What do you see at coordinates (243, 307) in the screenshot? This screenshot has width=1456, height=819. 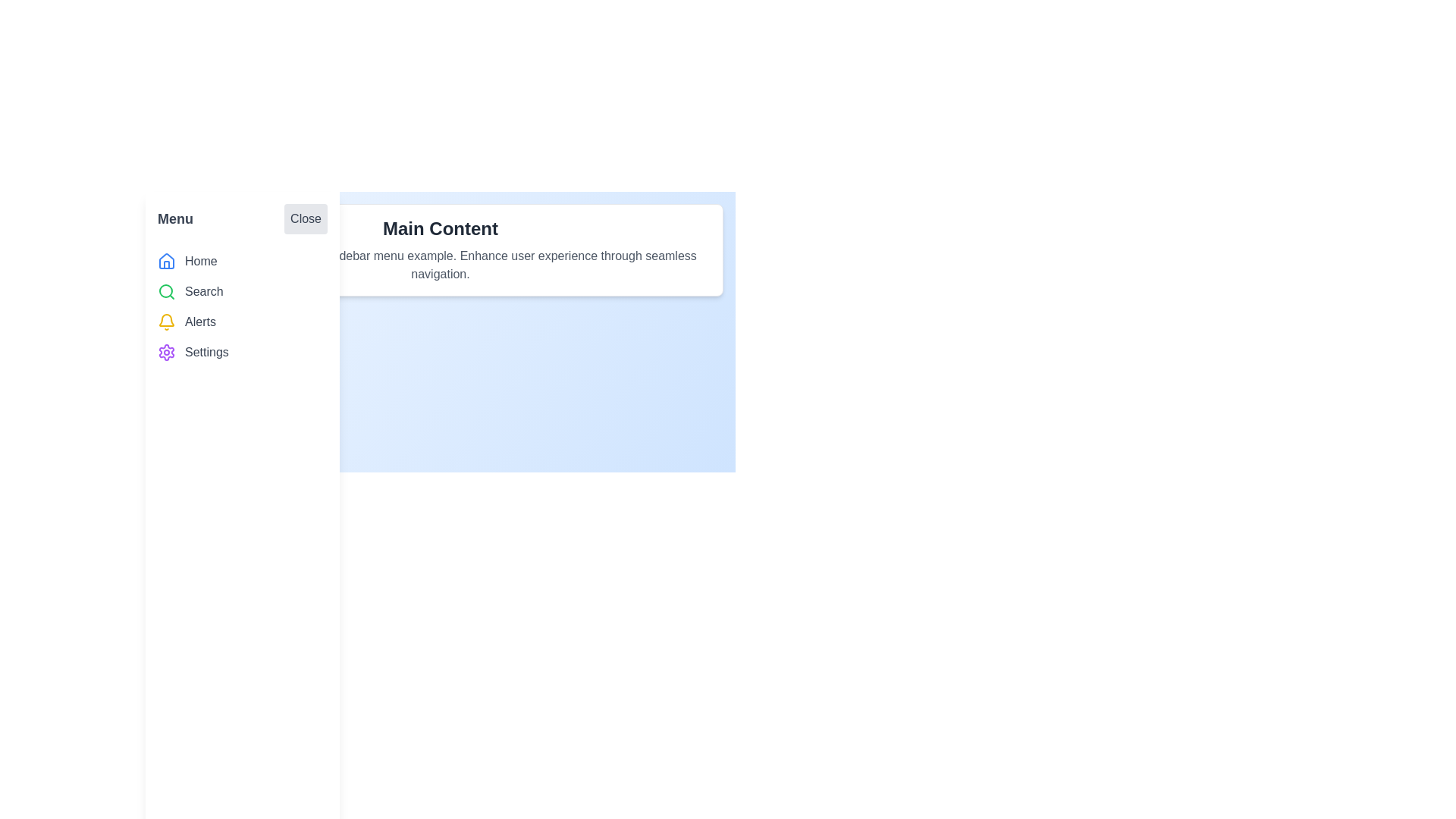 I see `the 'Search' option in the vertical navigation menu located in the sidebar on the left side of the interface, below the title 'Menu' and 'Close' button` at bounding box center [243, 307].